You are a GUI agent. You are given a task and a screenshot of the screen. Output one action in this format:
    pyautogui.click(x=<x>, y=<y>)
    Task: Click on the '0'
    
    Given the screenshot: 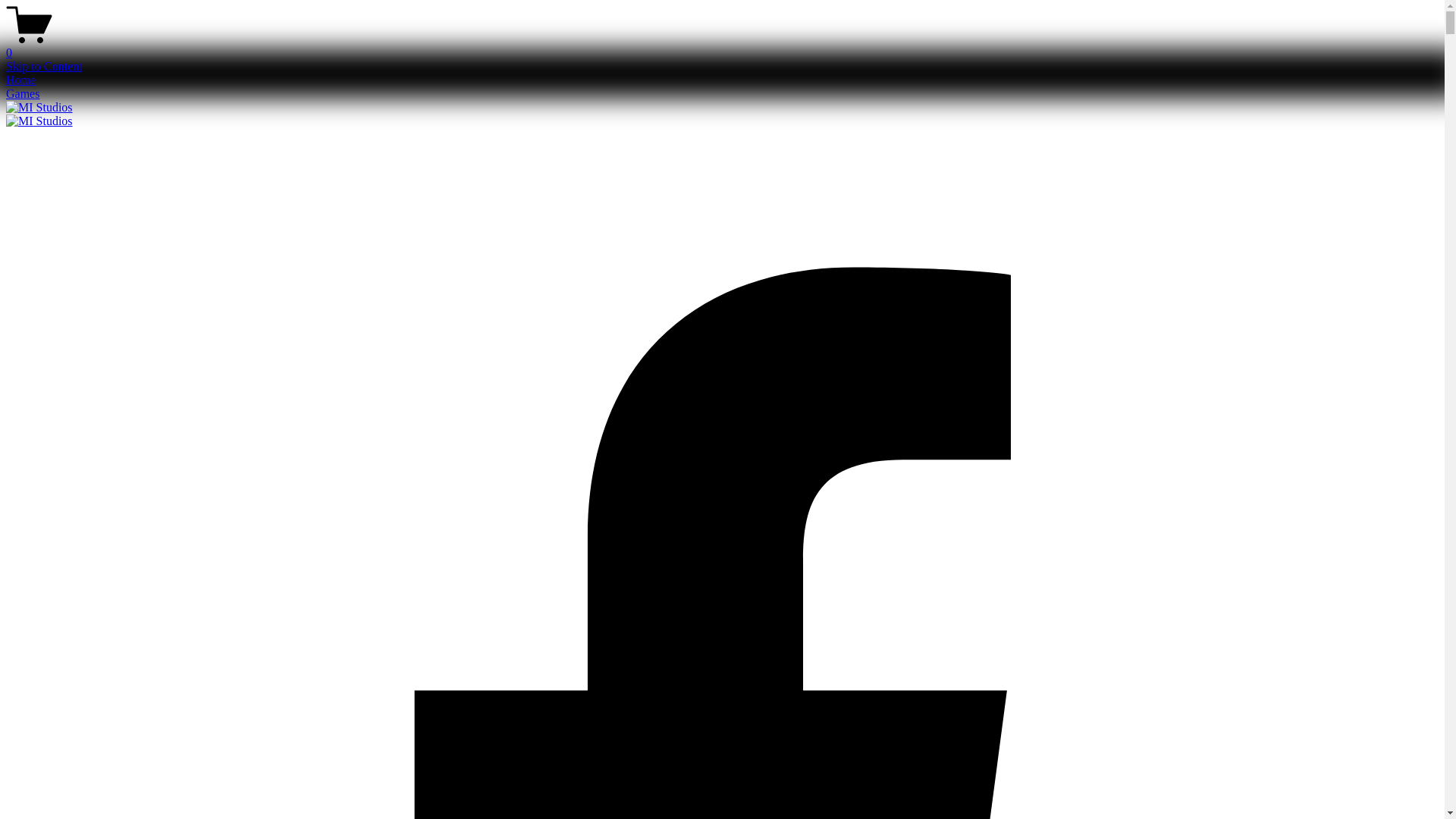 What is the action you would take?
    pyautogui.click(x=721, y=45)
    